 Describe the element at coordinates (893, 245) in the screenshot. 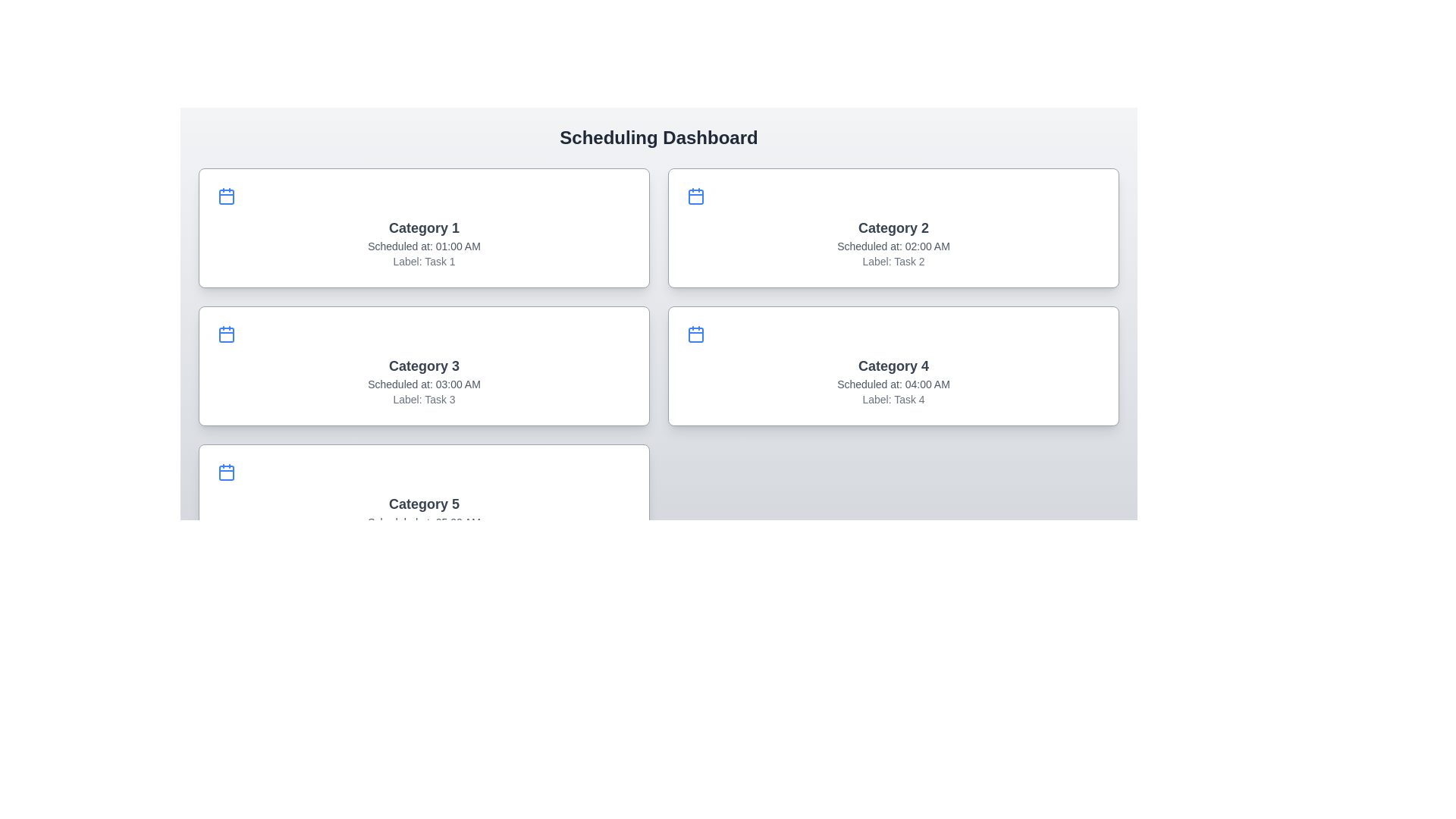

I see `text content of the scheduling information label indicating '02:00 AM' located below the title 'Category 2' and above 'Label: Task 2' within the 'Category 2' card` at that location.